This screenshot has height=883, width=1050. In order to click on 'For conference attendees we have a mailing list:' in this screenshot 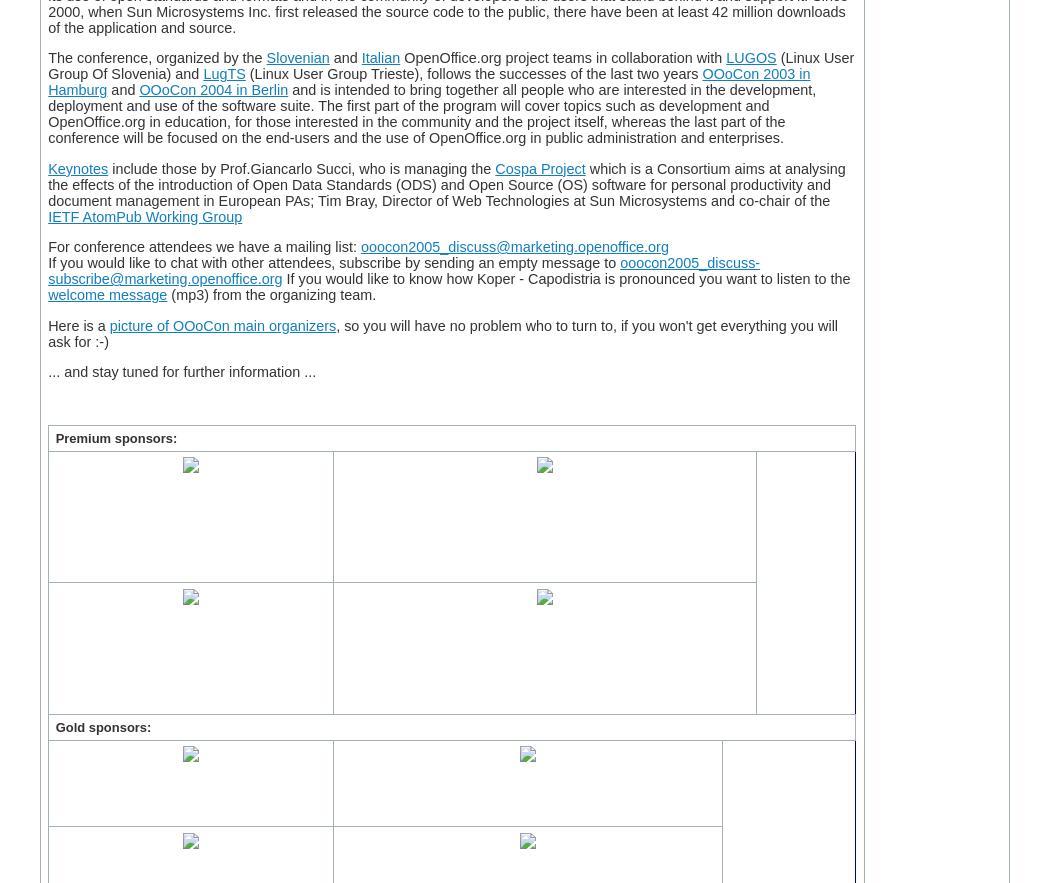, I will do `click(203, 245)`.